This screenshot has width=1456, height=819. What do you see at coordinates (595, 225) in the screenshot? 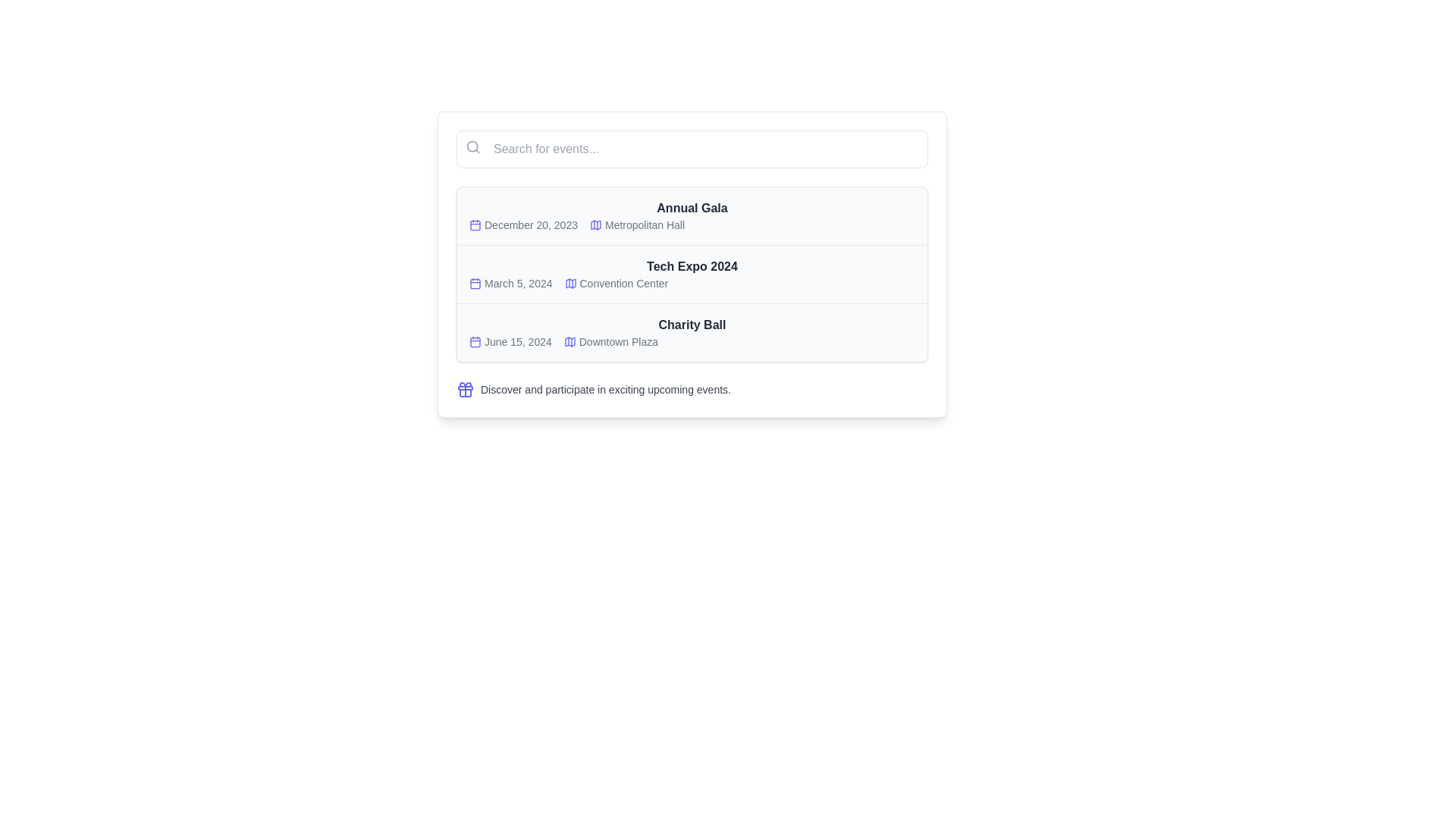
I see `the location icon indicating 'Metropolitan Hall' under the 'Annual Gala' event in the top-left area of the upcoming events segment` at bounding box center [595, 225].